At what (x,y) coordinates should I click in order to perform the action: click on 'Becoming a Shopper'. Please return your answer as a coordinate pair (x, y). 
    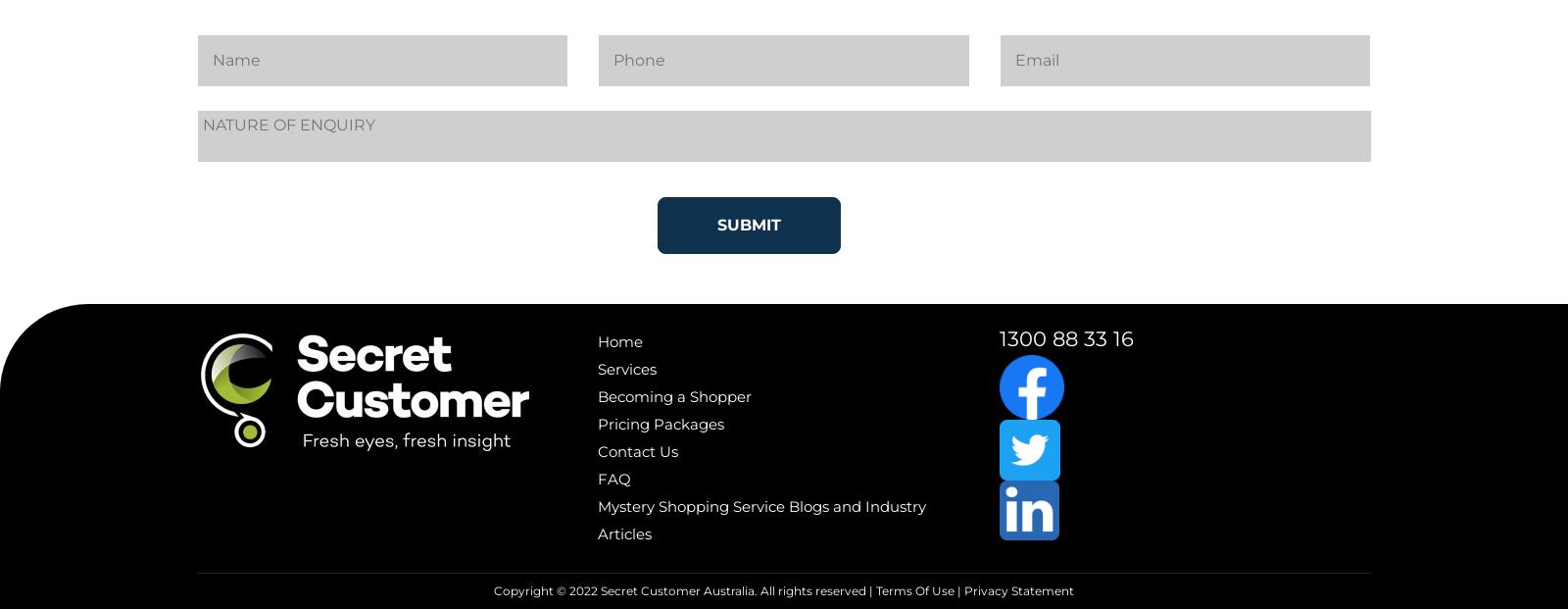
    Looking at the image, I should click on (674, 395).